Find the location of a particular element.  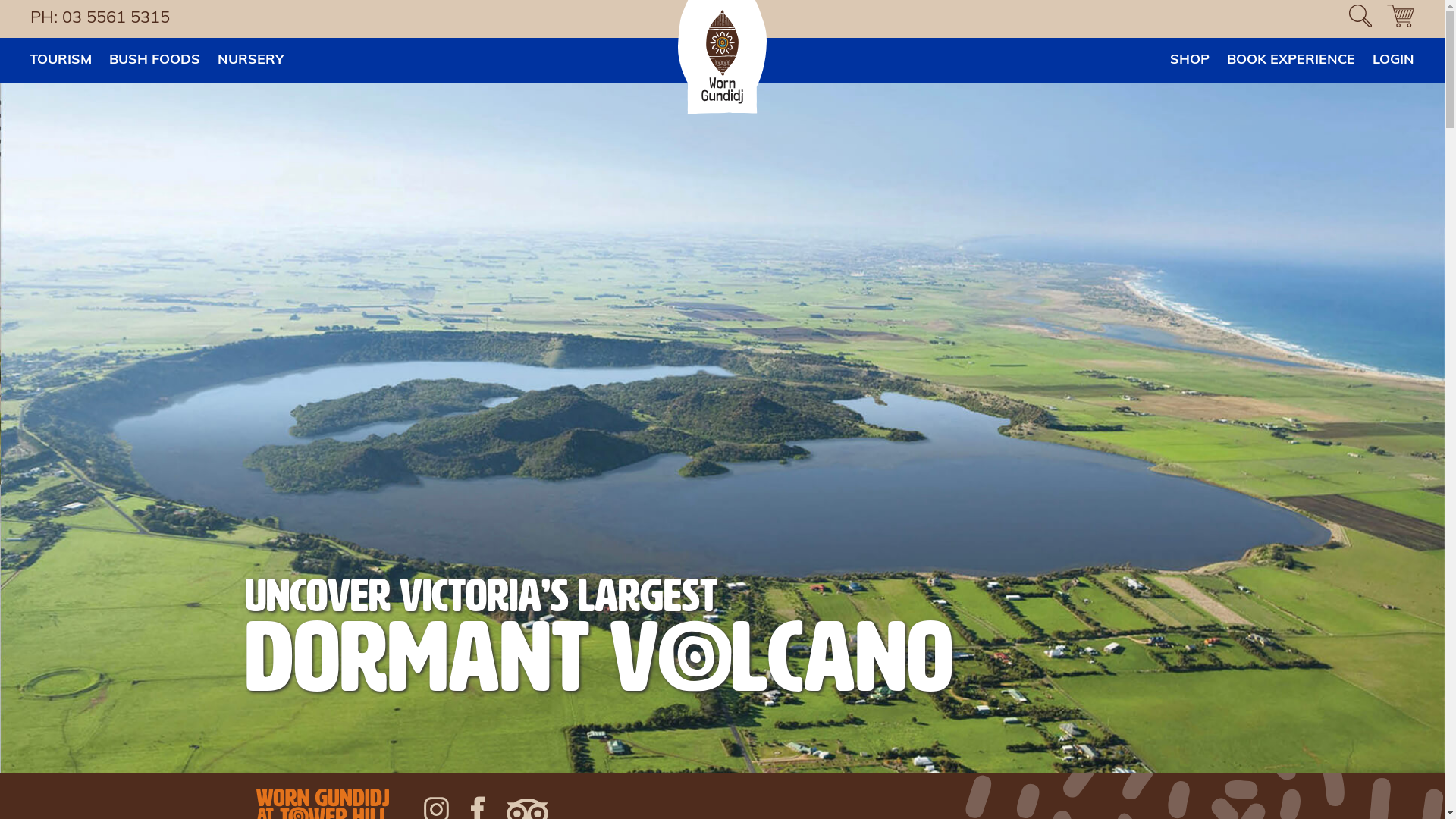

'Cart' is located at coordinates (1400, 18).